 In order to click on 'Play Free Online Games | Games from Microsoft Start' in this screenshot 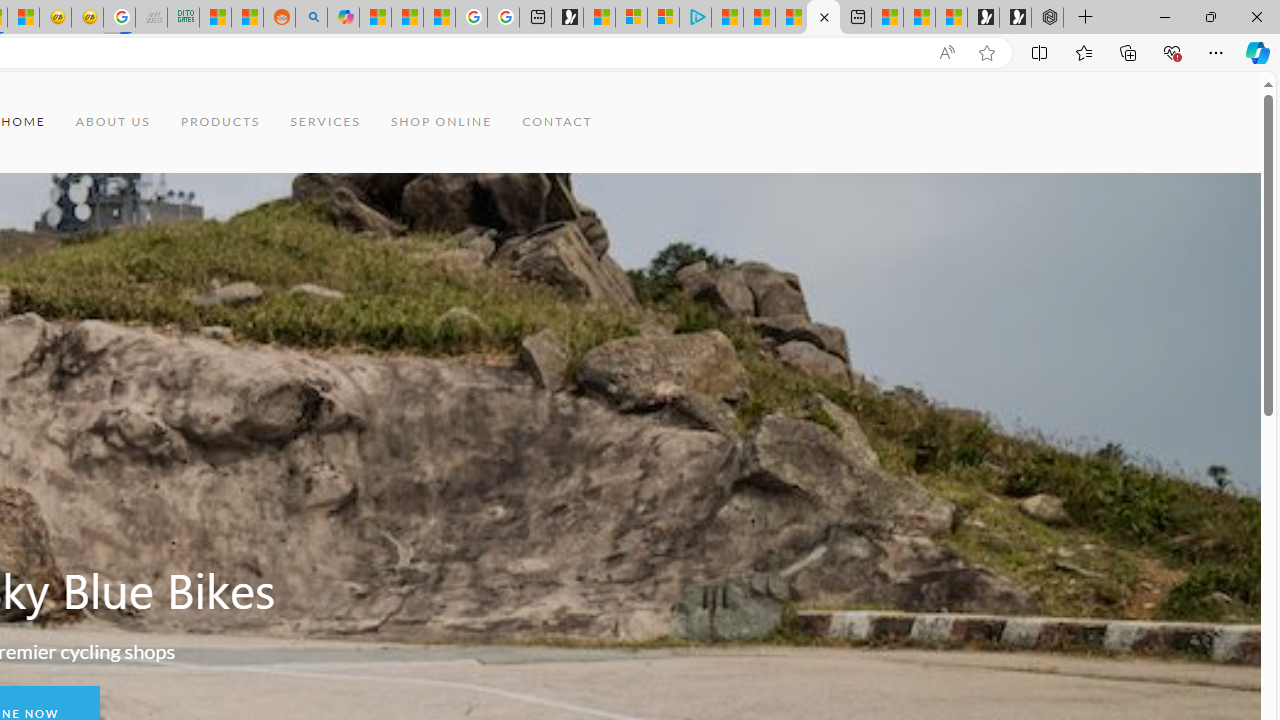, I will do `click(1015, 17)`.